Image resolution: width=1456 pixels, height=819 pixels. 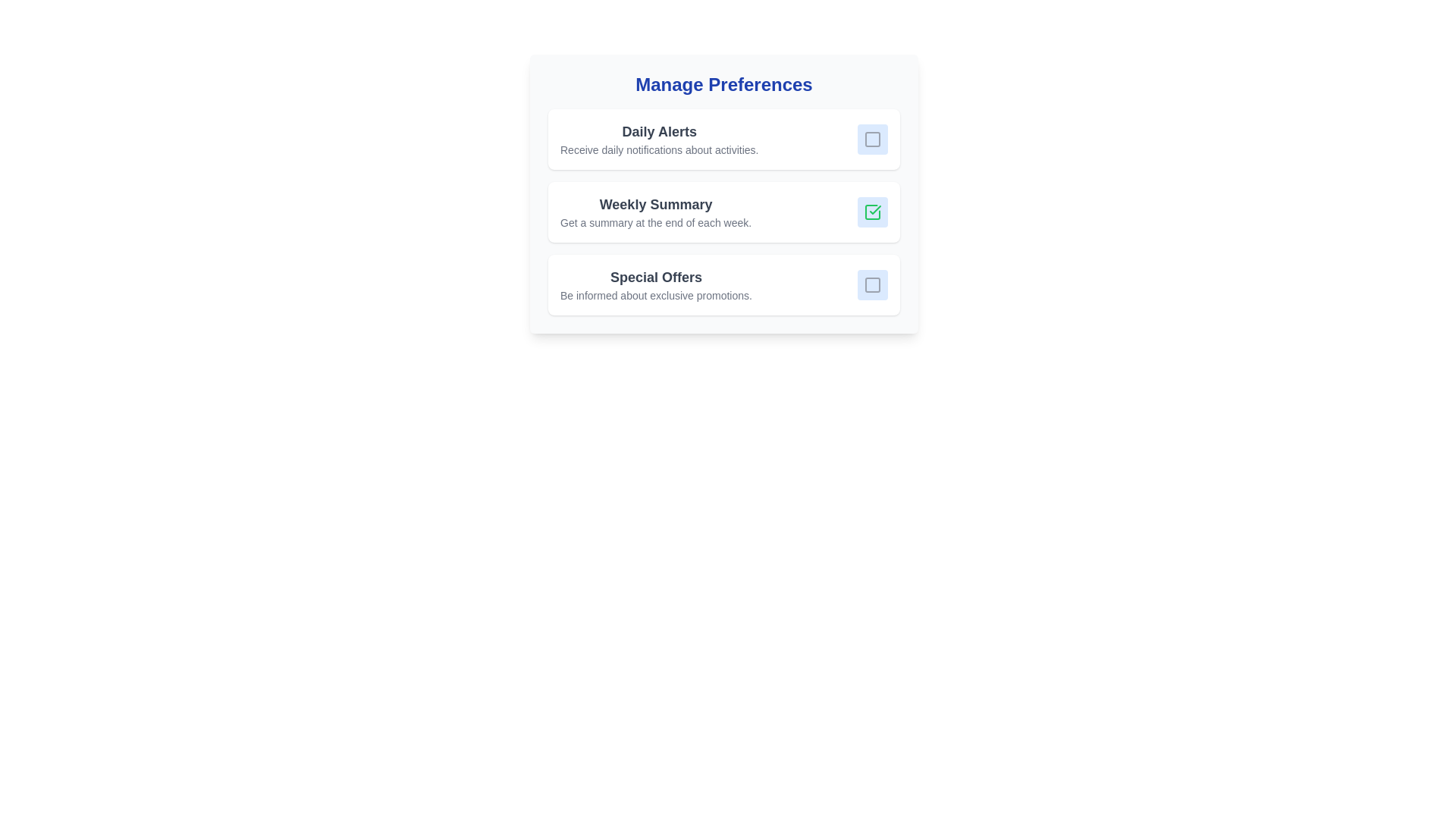 I want to click on the 'Daily Alerts' checkbox or status indicator, so click(x=873, y=140).